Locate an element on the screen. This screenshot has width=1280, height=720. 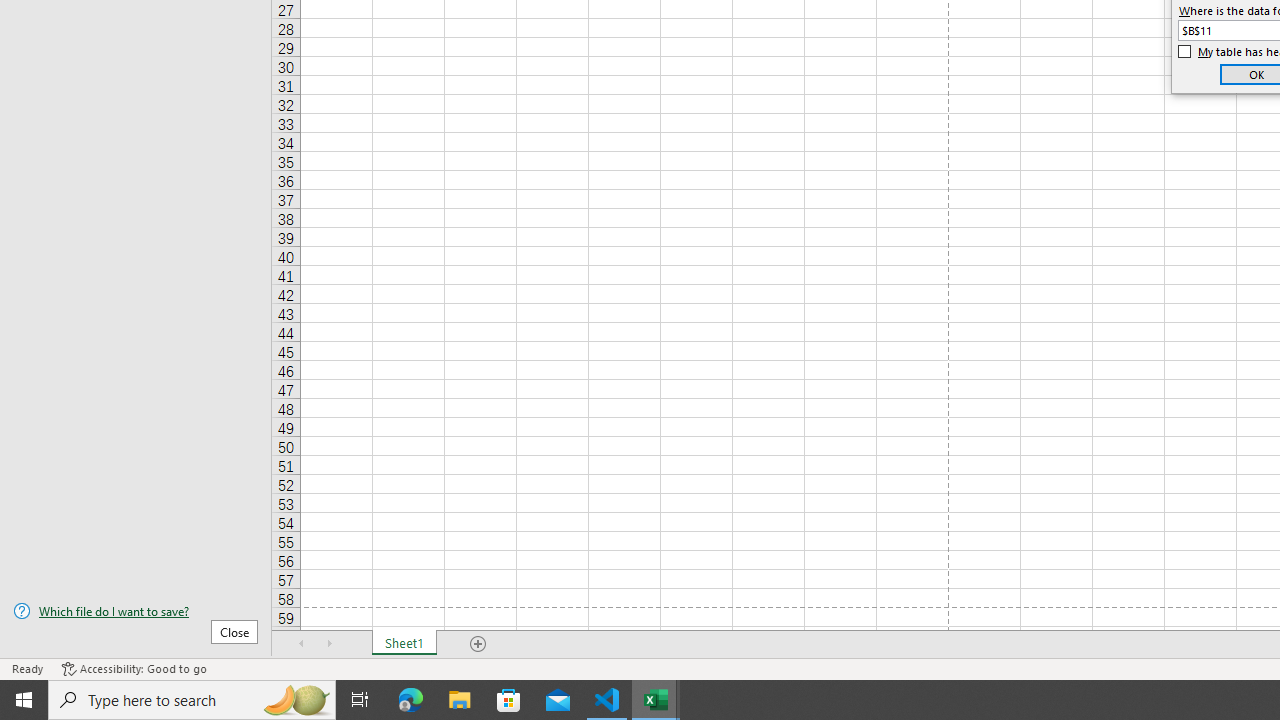
'Close' is located at coordinates (234, 631).